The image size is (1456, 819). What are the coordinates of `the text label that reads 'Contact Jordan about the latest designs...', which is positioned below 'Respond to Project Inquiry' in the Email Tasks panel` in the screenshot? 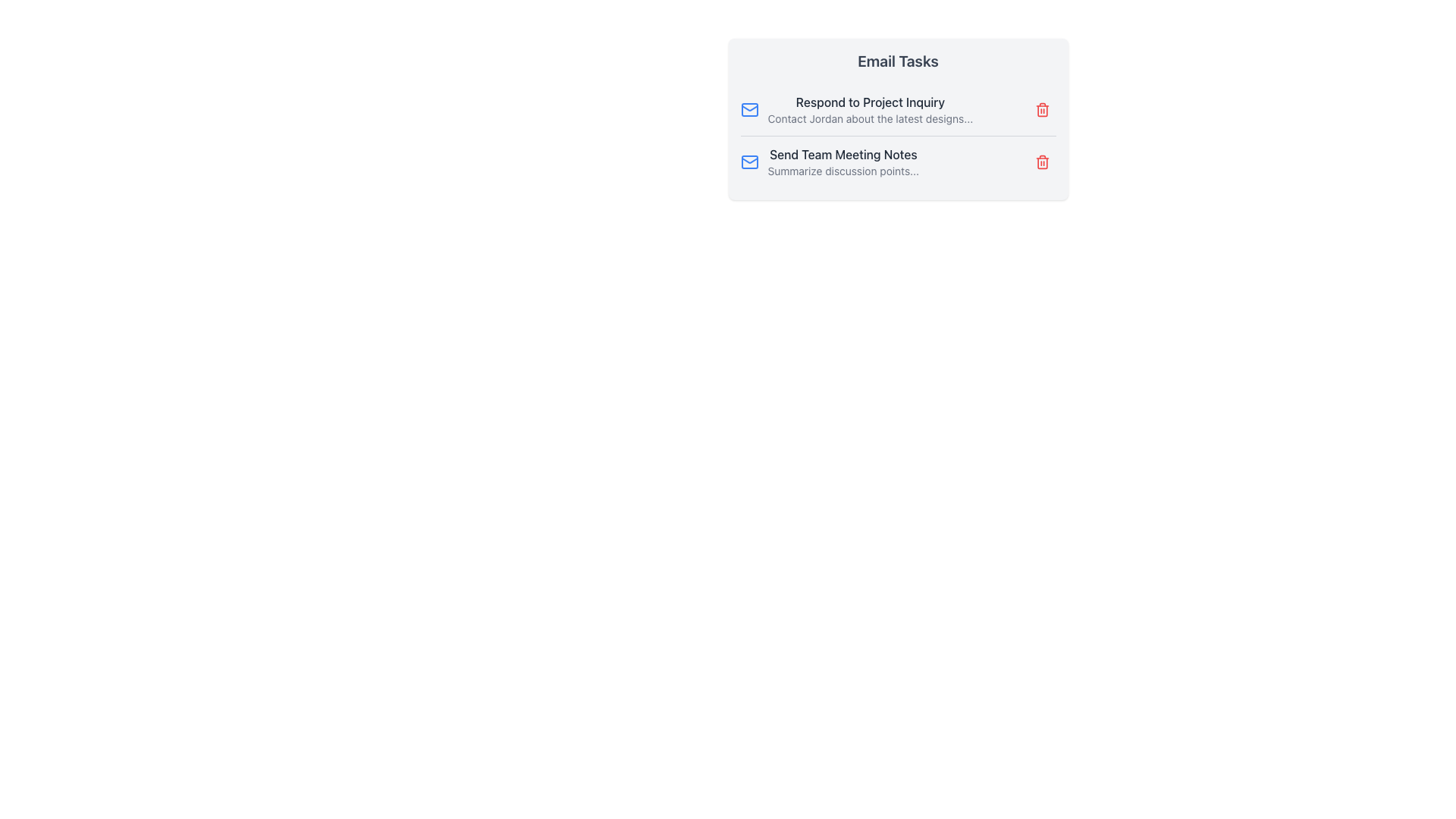 It's located at (870, 118).